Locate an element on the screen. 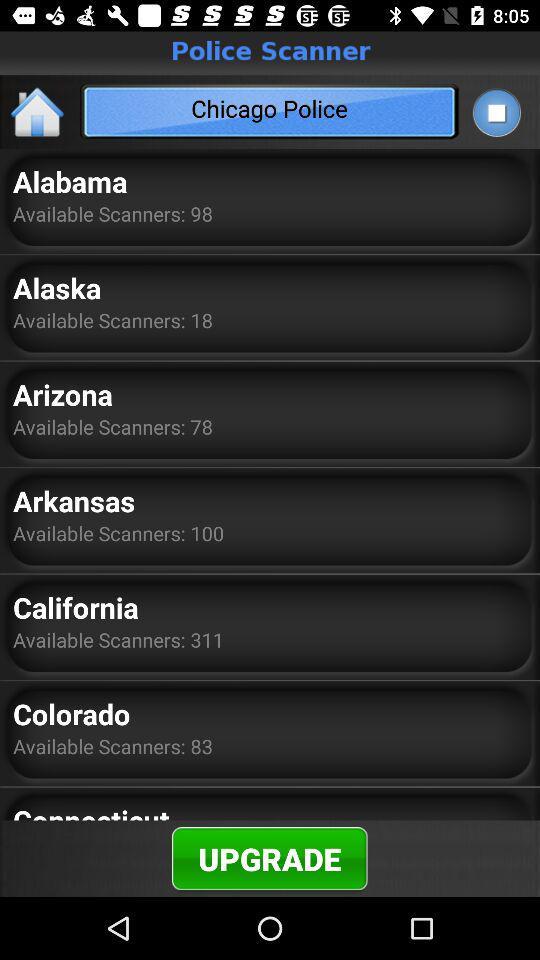 The height and width of the screenshot is (960, 540). the california icon is located at coordinates (74, 606).